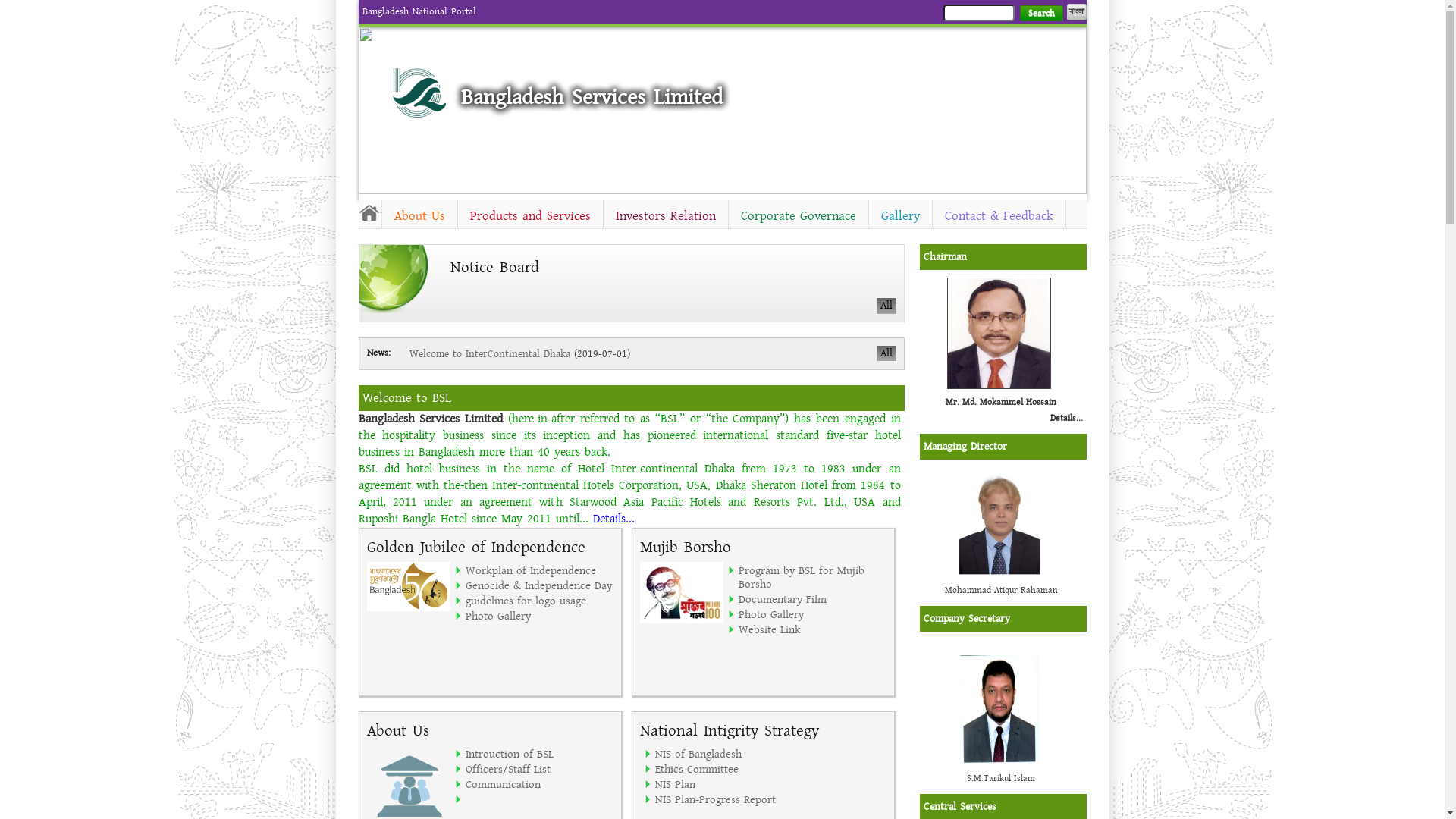 The width and height of the screenshot is (1456, 819). What do you see at coordinates (465, 599) in the screenshot?
I see `'guidelines for logo usage'` at bounding box center [465, 599].